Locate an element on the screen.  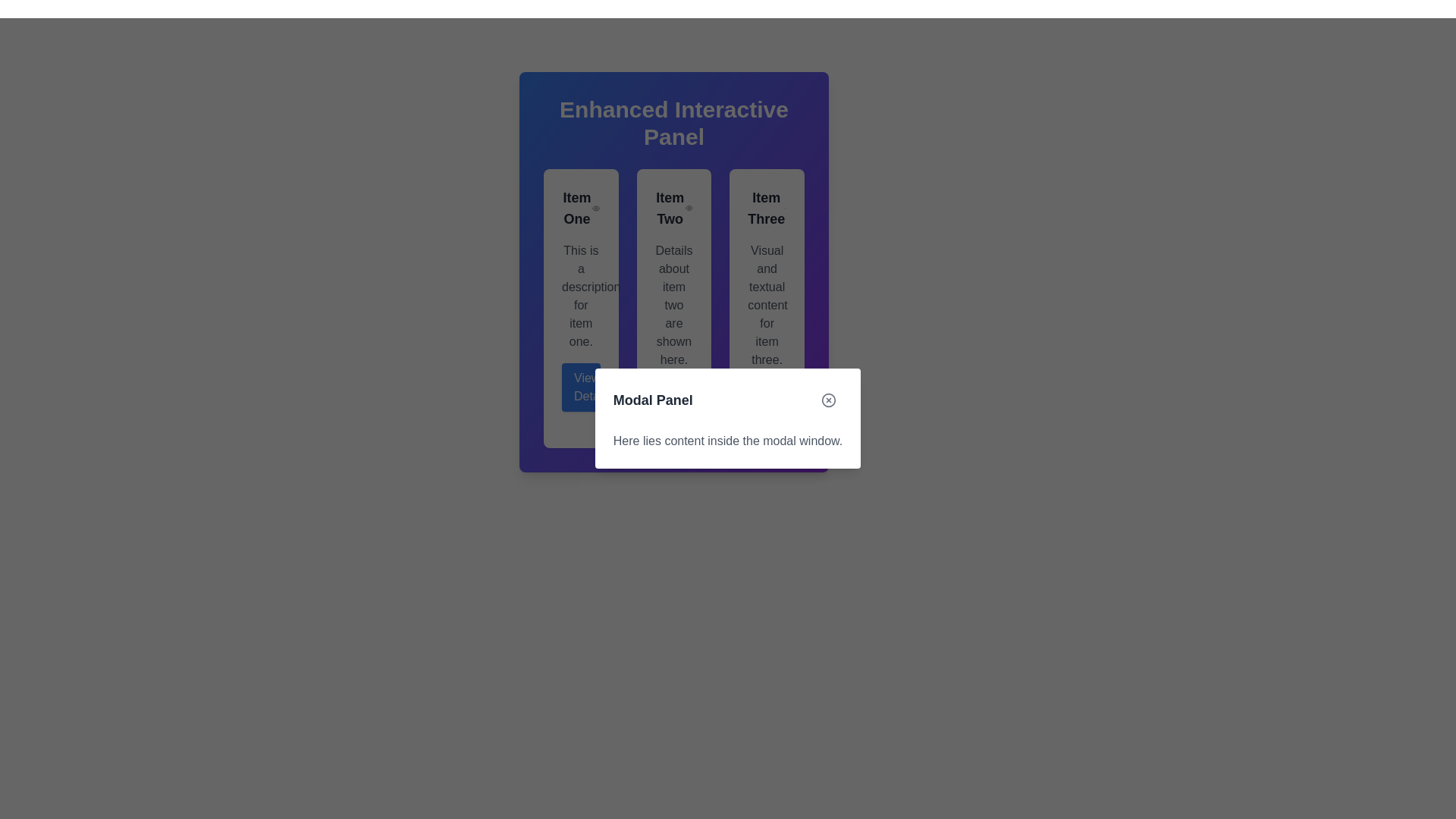
the text label that serves as a title or heading for the details presented in the panel, located in the second vertical column of the interactive card layout is located at coordinates (669, 208).